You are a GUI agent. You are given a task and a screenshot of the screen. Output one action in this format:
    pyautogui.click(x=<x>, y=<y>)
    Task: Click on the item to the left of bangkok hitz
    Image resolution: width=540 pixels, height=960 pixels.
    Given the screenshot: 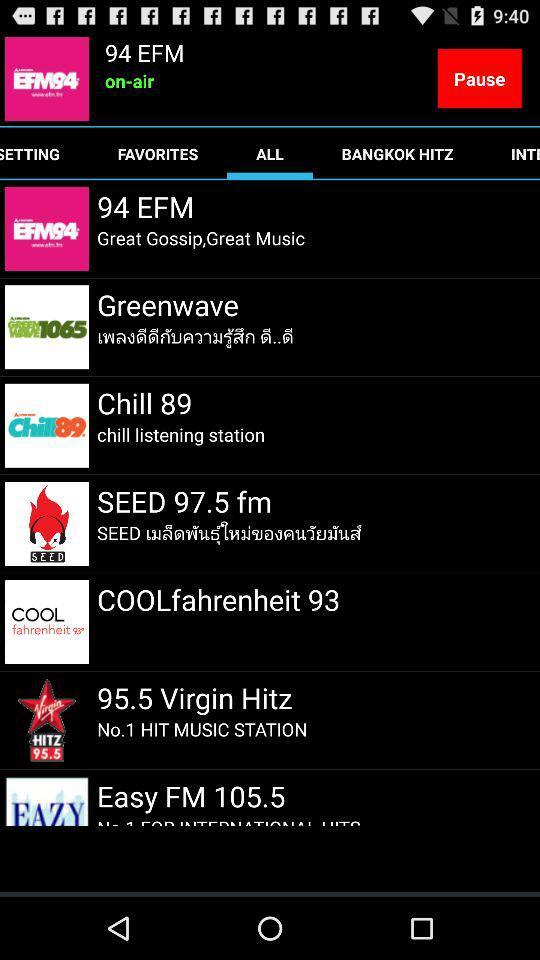 What is the action you would take?
    pyautogui.click(x=270, y=152)
    